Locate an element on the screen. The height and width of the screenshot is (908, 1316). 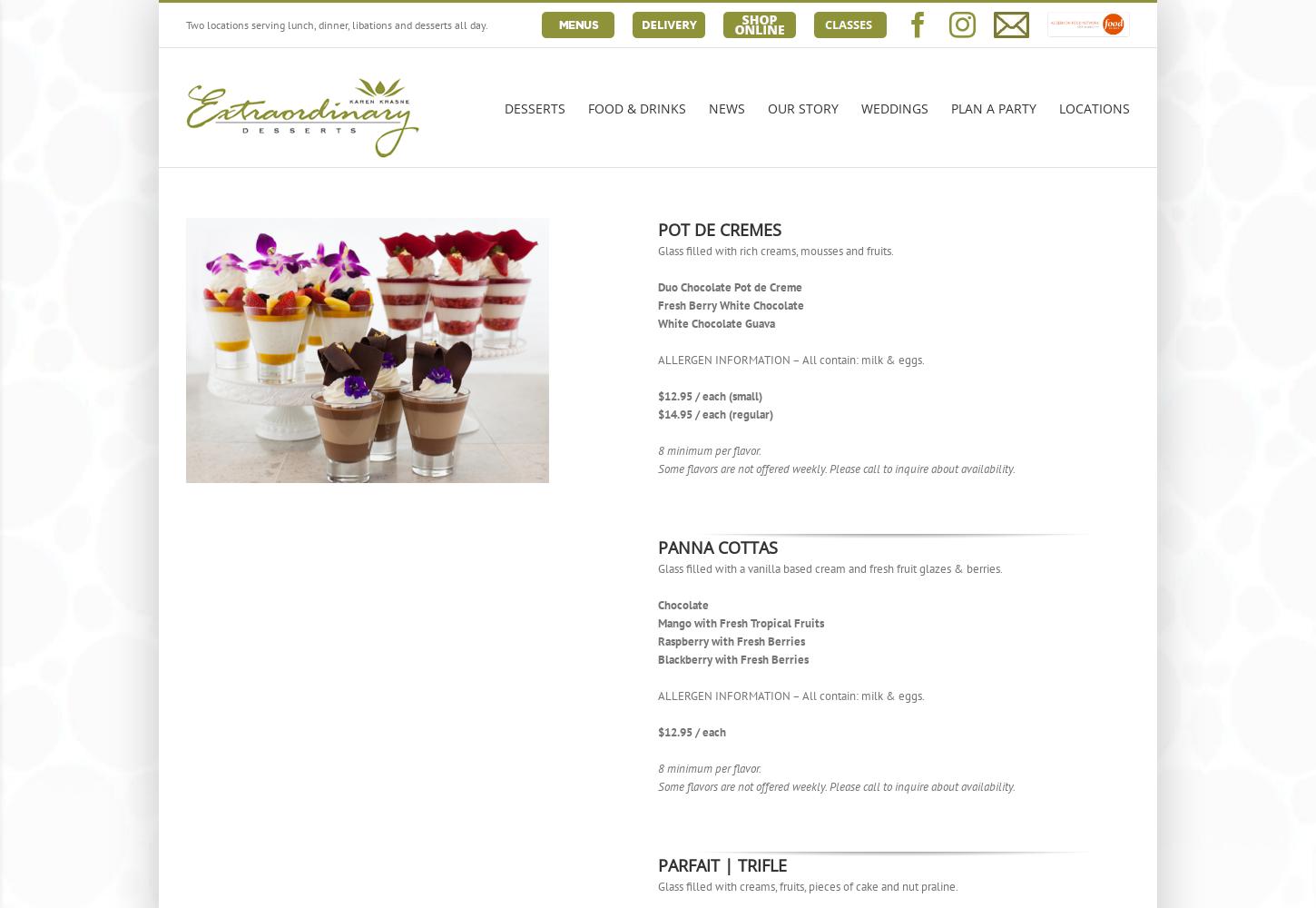
'POT DE CREMES' is located at coordinates (658, 230).